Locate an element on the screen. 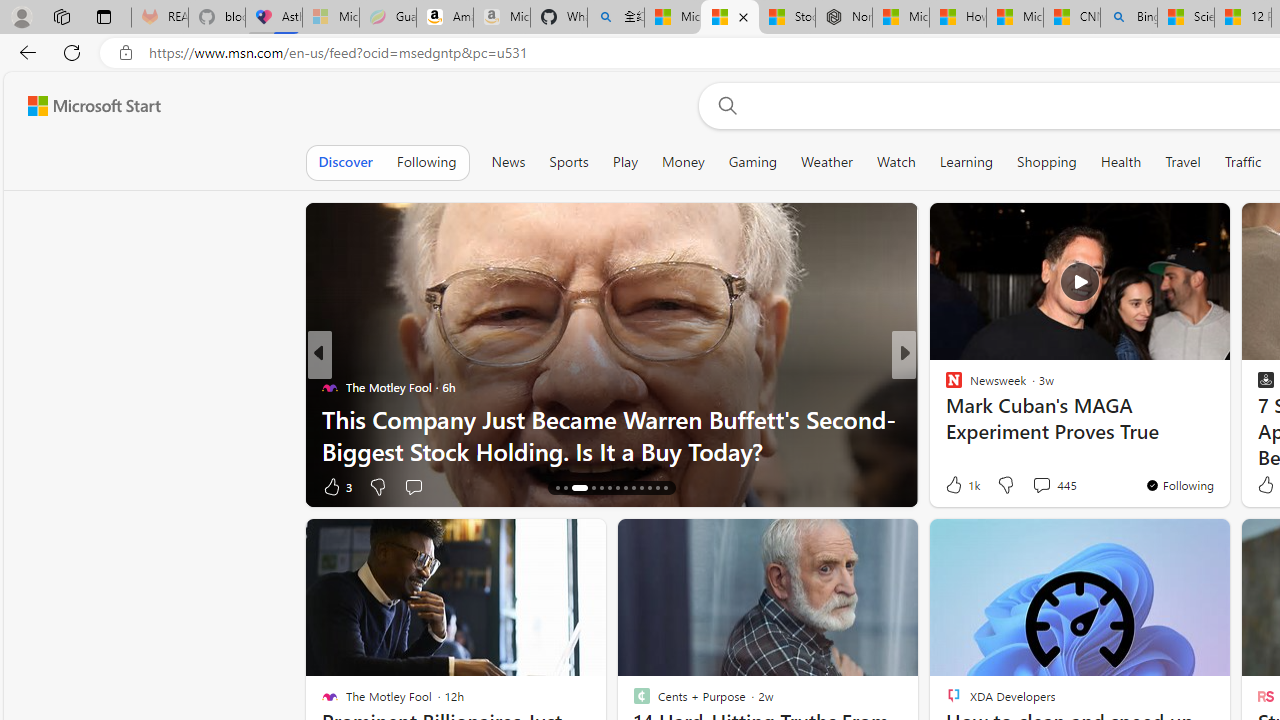  '40 Like' is located at coordinates (955, 486).